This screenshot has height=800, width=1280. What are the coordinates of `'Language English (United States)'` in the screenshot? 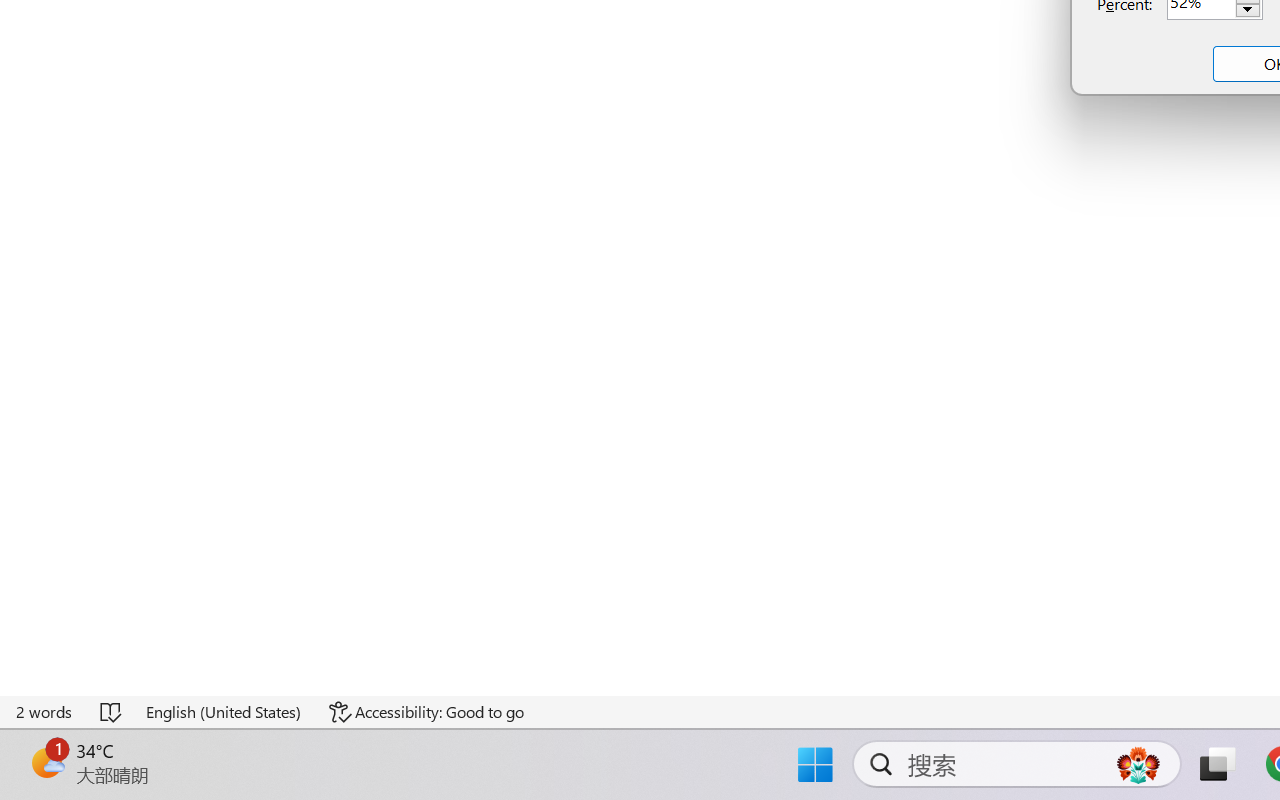 It's located at (224, 711).